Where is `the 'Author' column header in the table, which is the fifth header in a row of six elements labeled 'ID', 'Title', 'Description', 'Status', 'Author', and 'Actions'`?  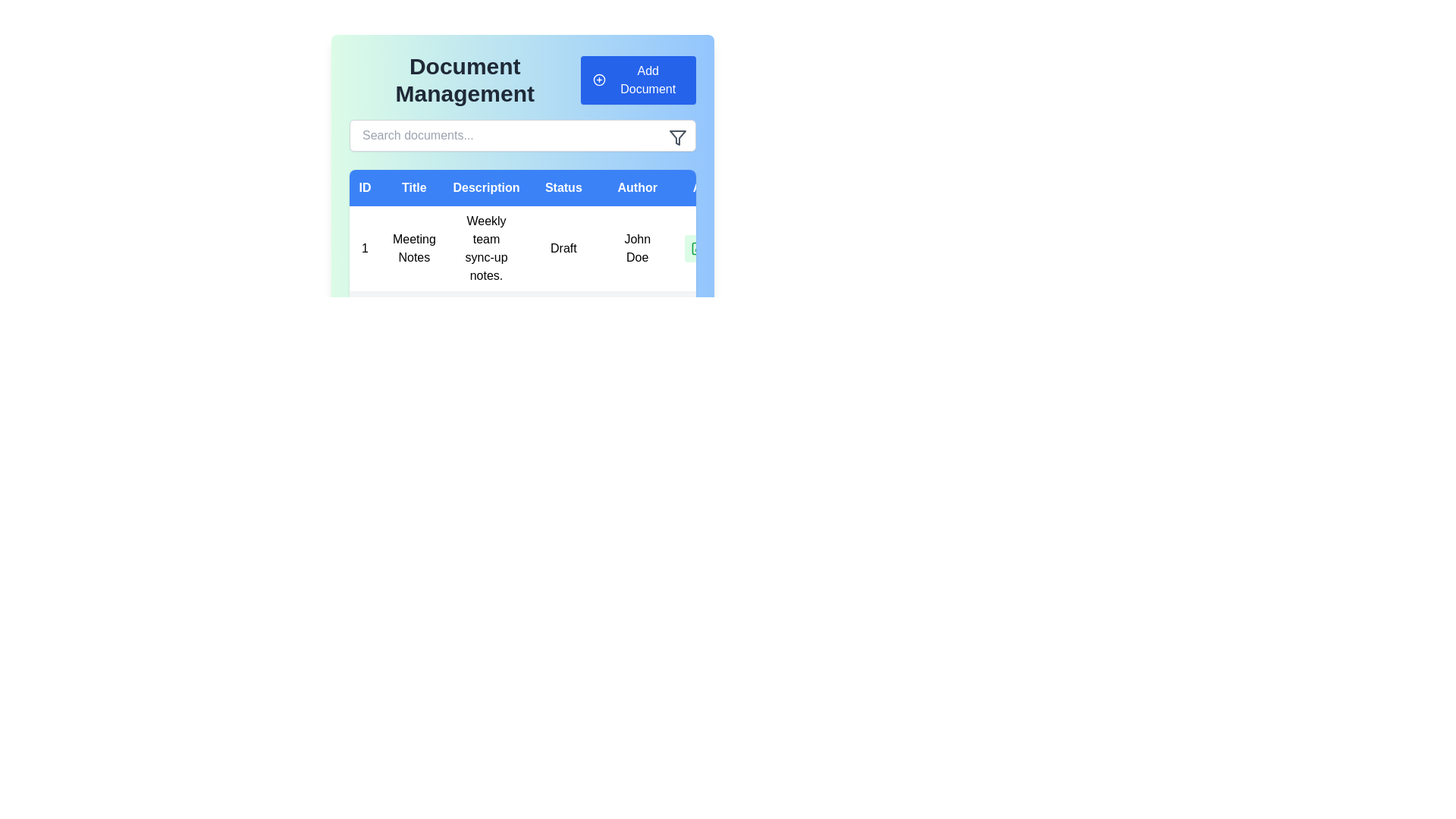 the 'Author' column header in the table, which is the fifth header in a row of six elements labeled 'ID', 'Title', 'Description', 'Status', 'Author', and 'Actions' is located at coordinates (637, 187).